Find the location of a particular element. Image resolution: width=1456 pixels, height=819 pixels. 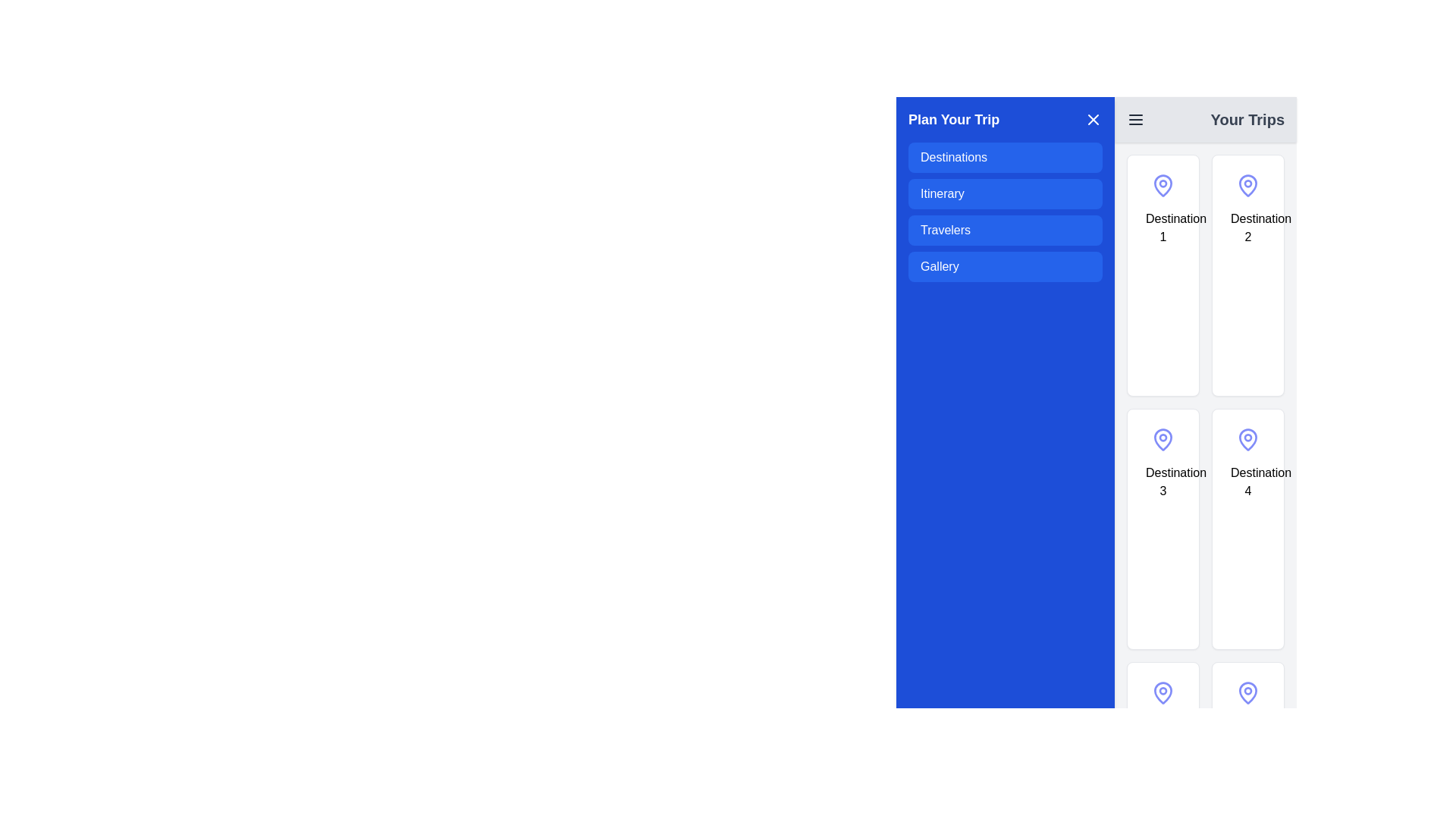

the pin icon with a blue-purple outline located at the top section of the 'Destination 3' card in the 'Your Trips' section is located at coordinates (1163, 438).